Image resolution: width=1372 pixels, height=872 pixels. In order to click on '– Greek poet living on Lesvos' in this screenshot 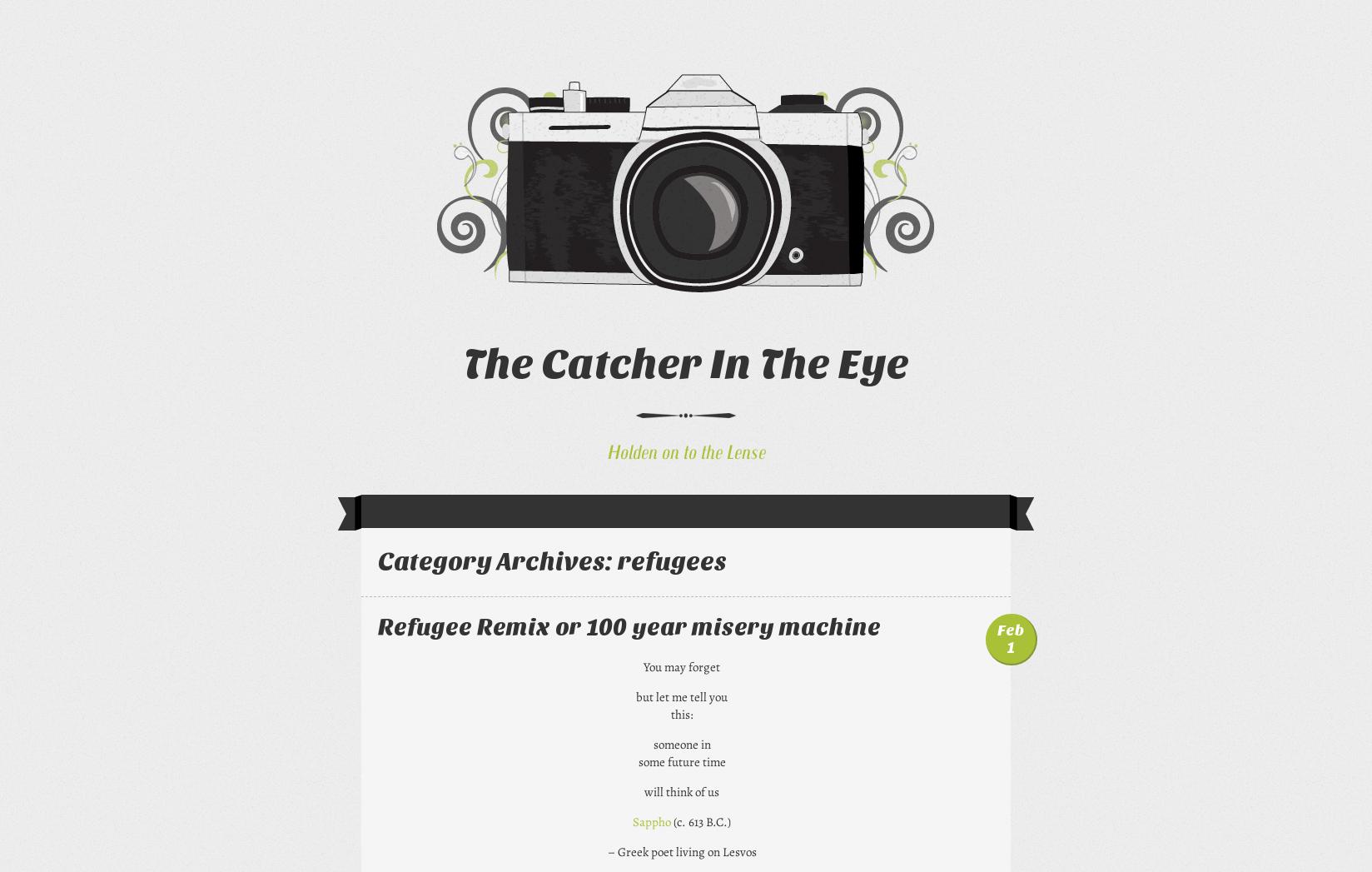, I will do `click(606, 850)`.